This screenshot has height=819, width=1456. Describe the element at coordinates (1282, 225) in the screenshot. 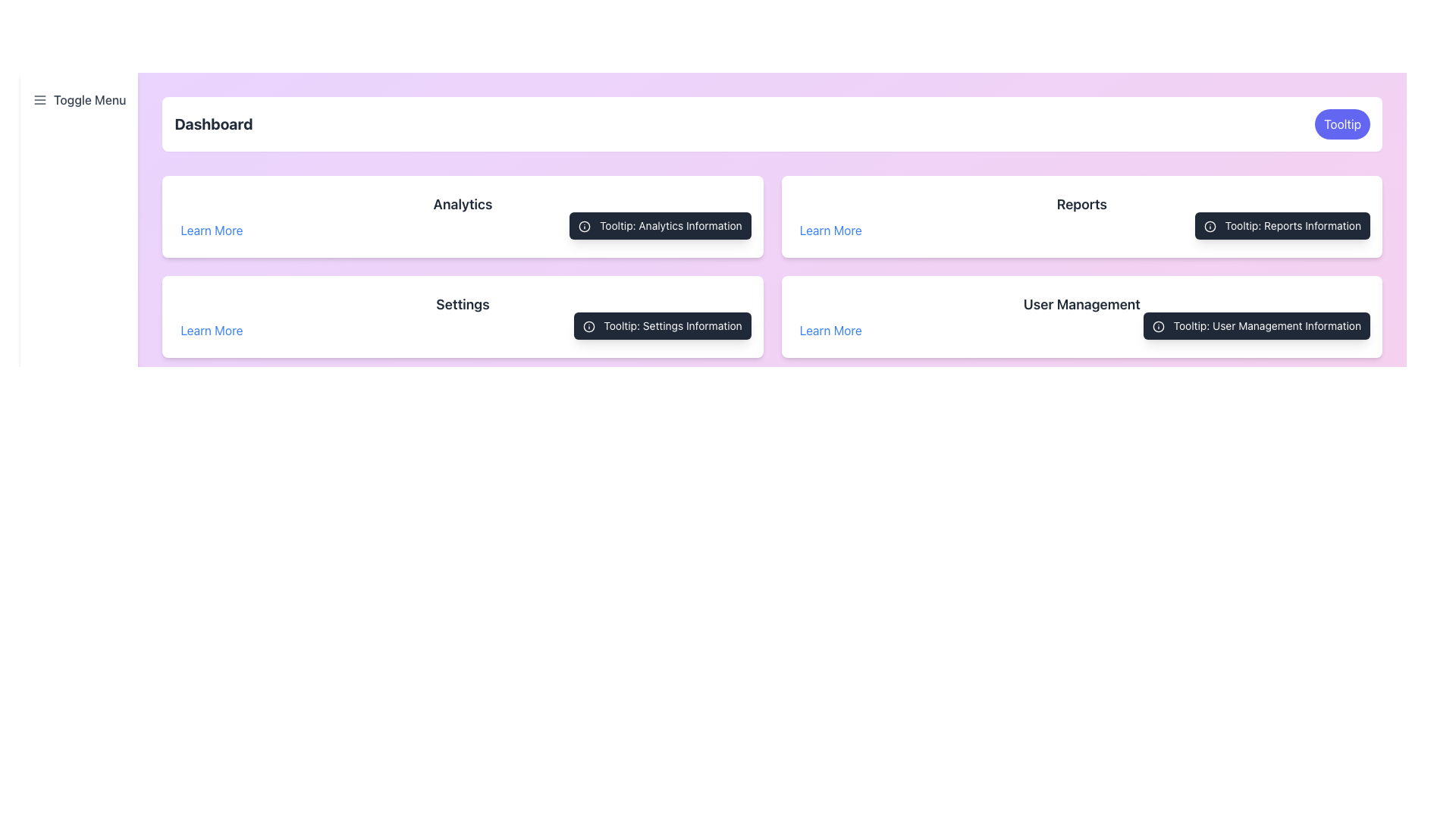

I see `the tooltip styled as a dark rectangle with round corners containing the text 'Tooltip: Reports Information' and an information icon, located in the 'Reports' section adjacent to the 'Learn More' link` at that location.